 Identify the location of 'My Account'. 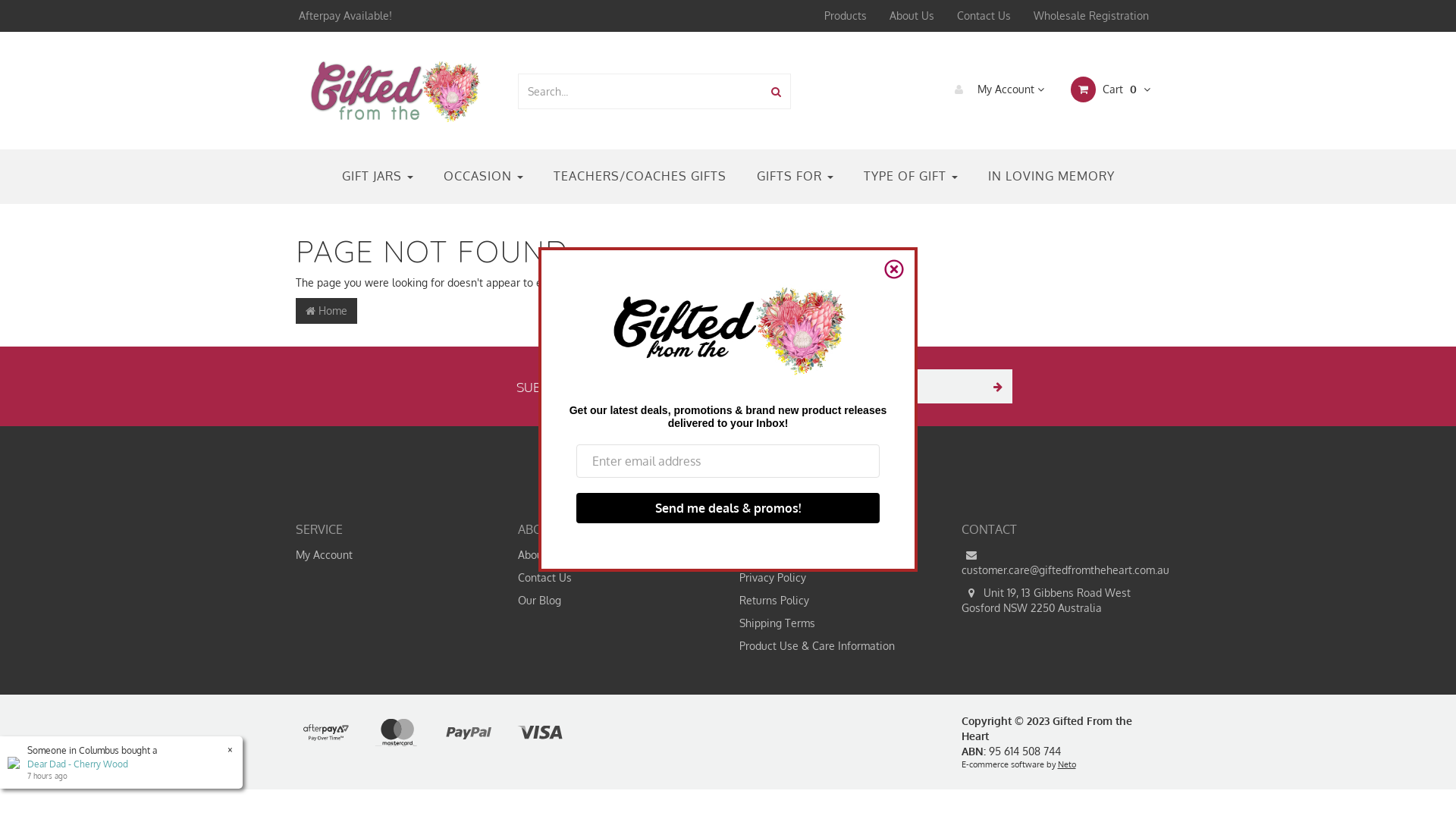
(993, 89).